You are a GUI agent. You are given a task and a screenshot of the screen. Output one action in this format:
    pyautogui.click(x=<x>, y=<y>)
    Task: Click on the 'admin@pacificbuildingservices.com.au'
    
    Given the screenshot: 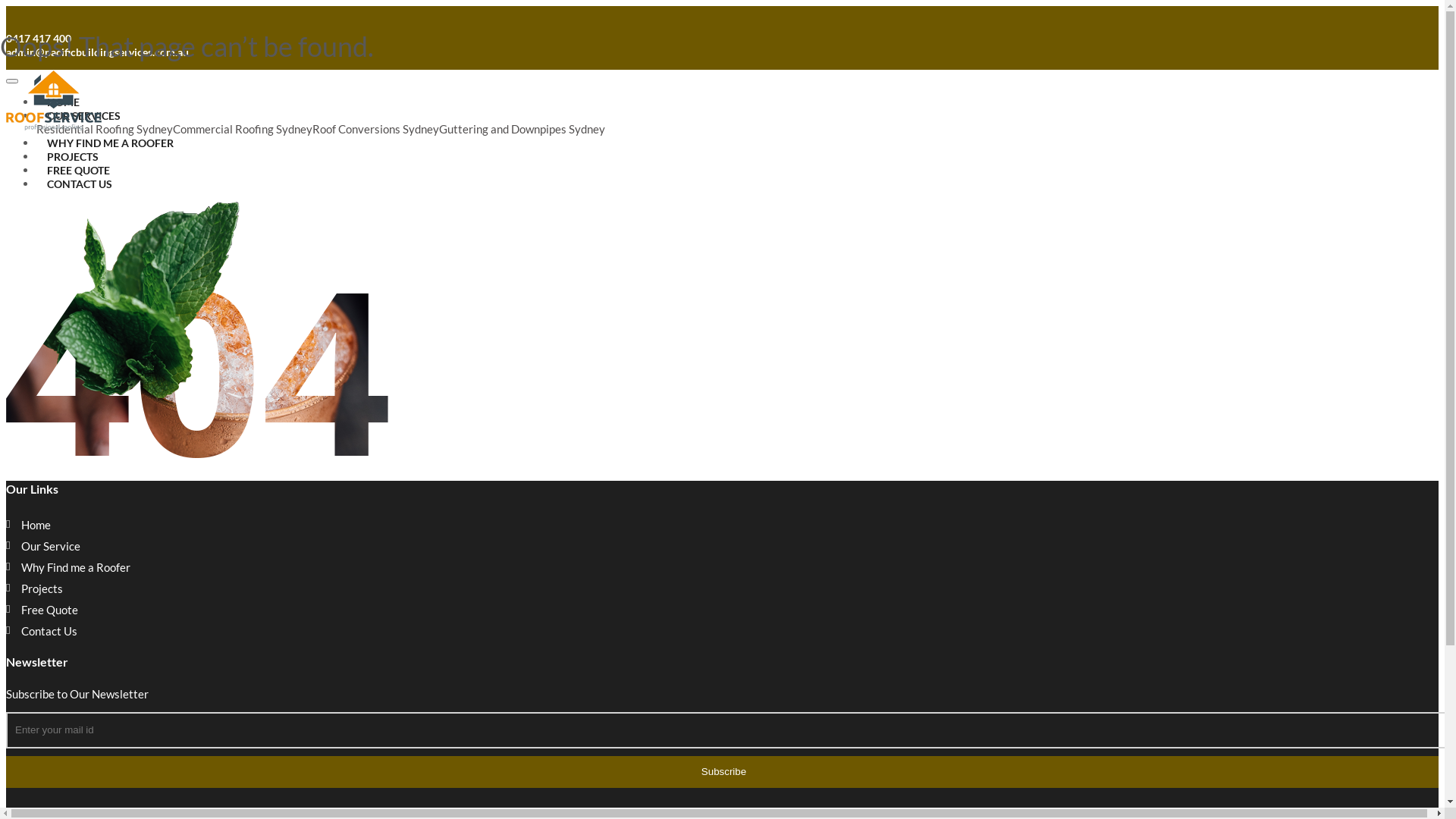 What is the action you would take?
    pyautogui.click(x=96, y=51)
    